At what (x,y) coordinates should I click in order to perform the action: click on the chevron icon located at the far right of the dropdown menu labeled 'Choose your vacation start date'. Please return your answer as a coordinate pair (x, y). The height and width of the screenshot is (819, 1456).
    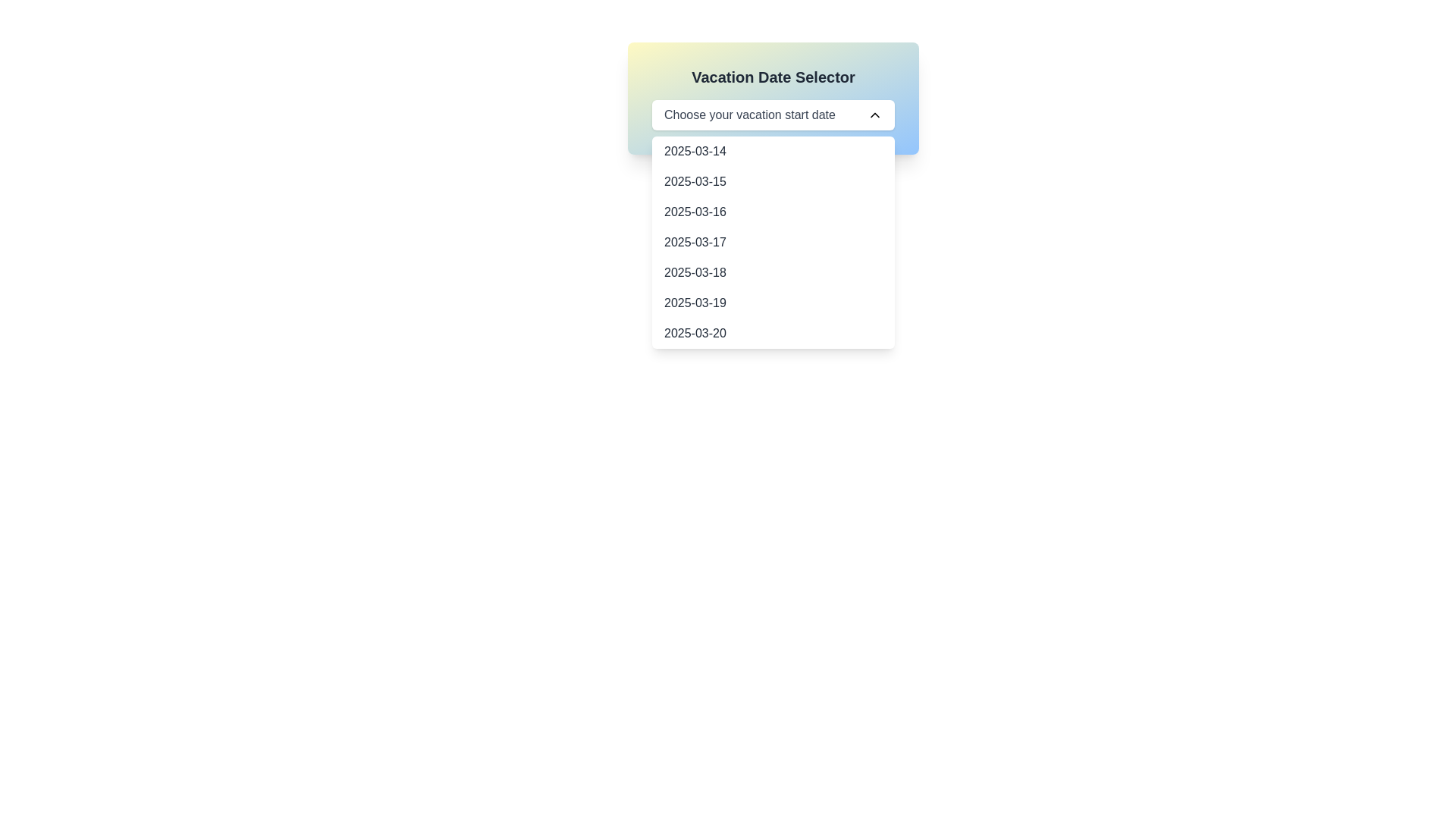
    Looking at the image, I should click on (874, 114).